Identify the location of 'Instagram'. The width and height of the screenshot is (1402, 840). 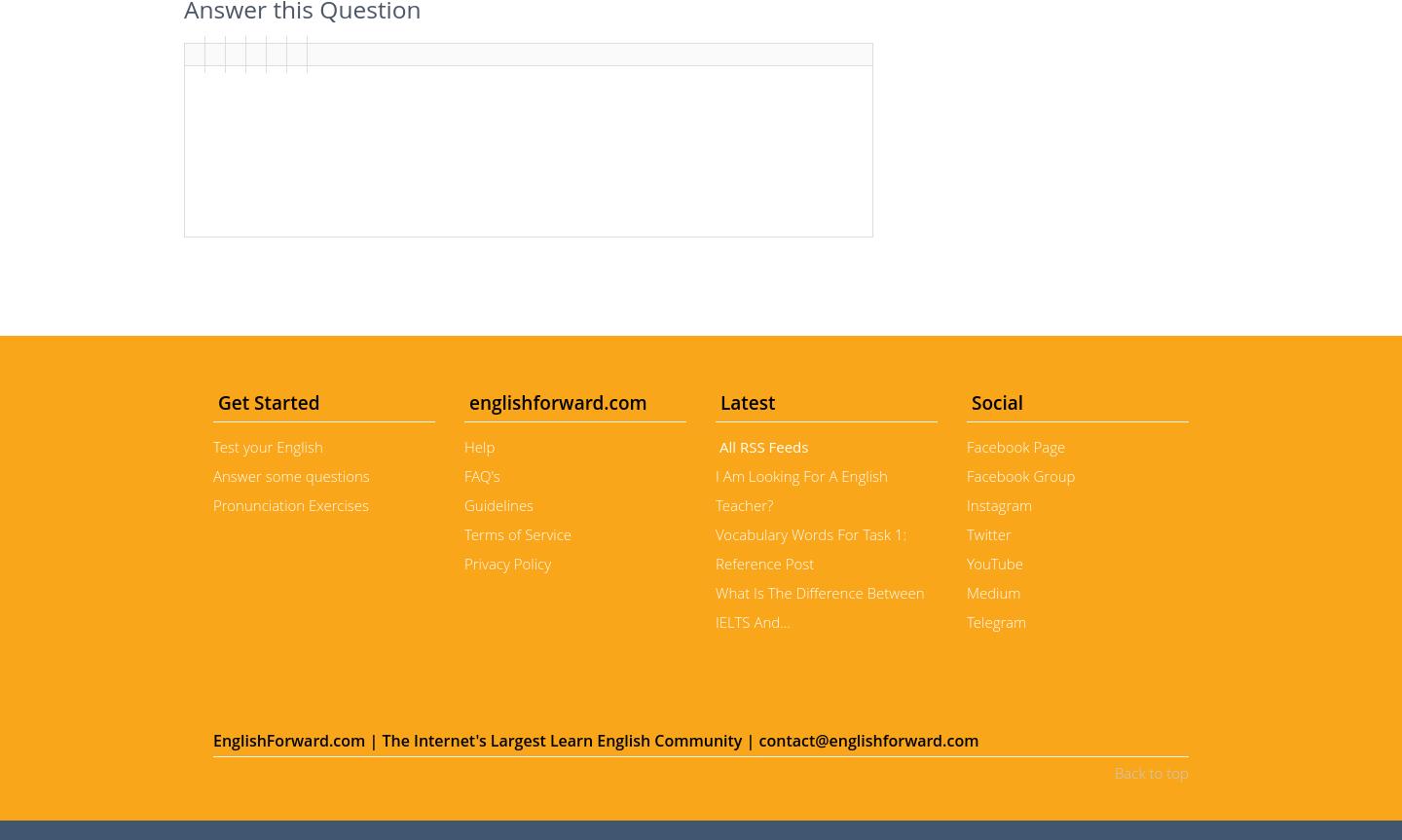
(966, 505).